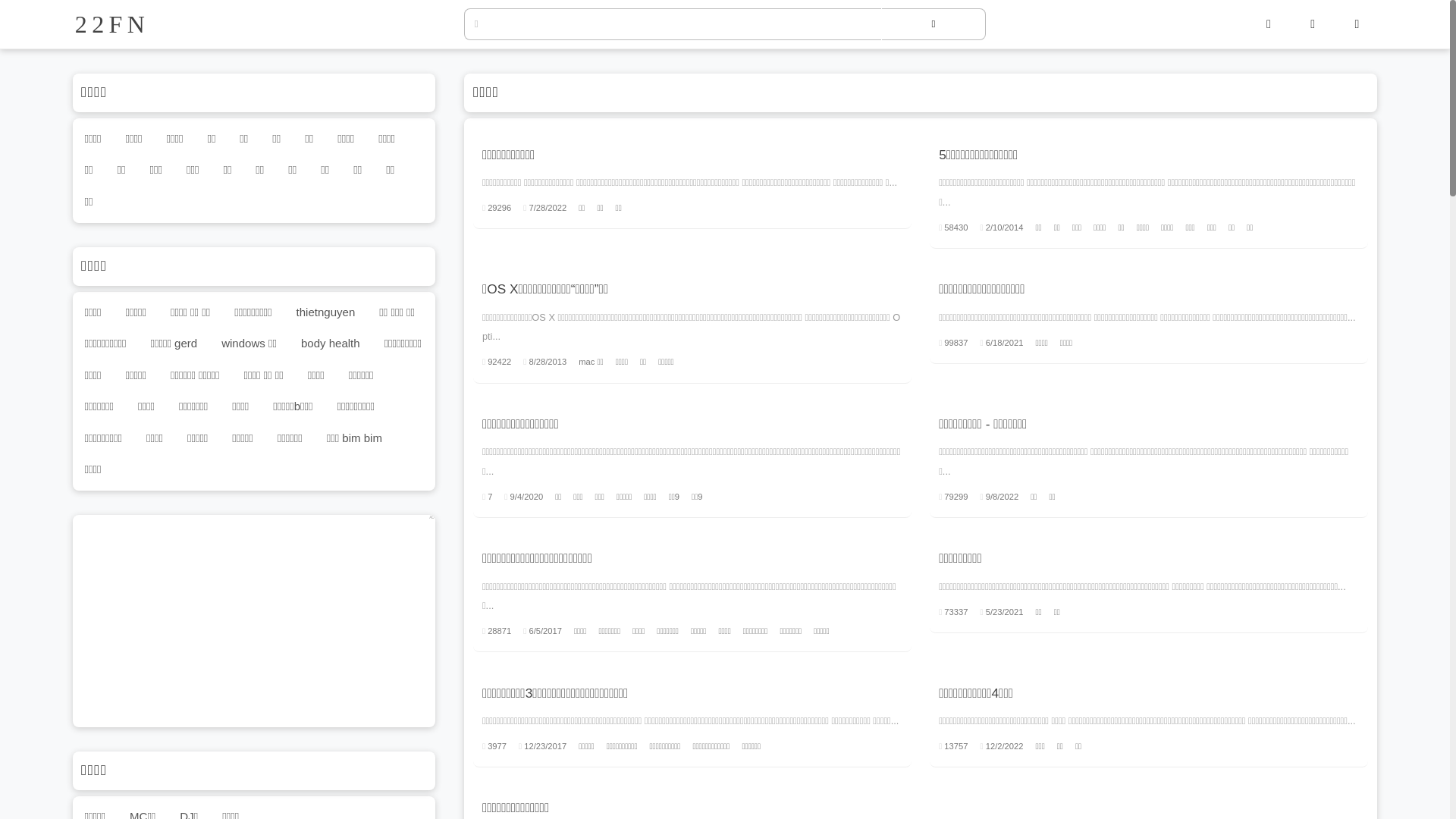  I want to click on '22FN', so click(74, 24).